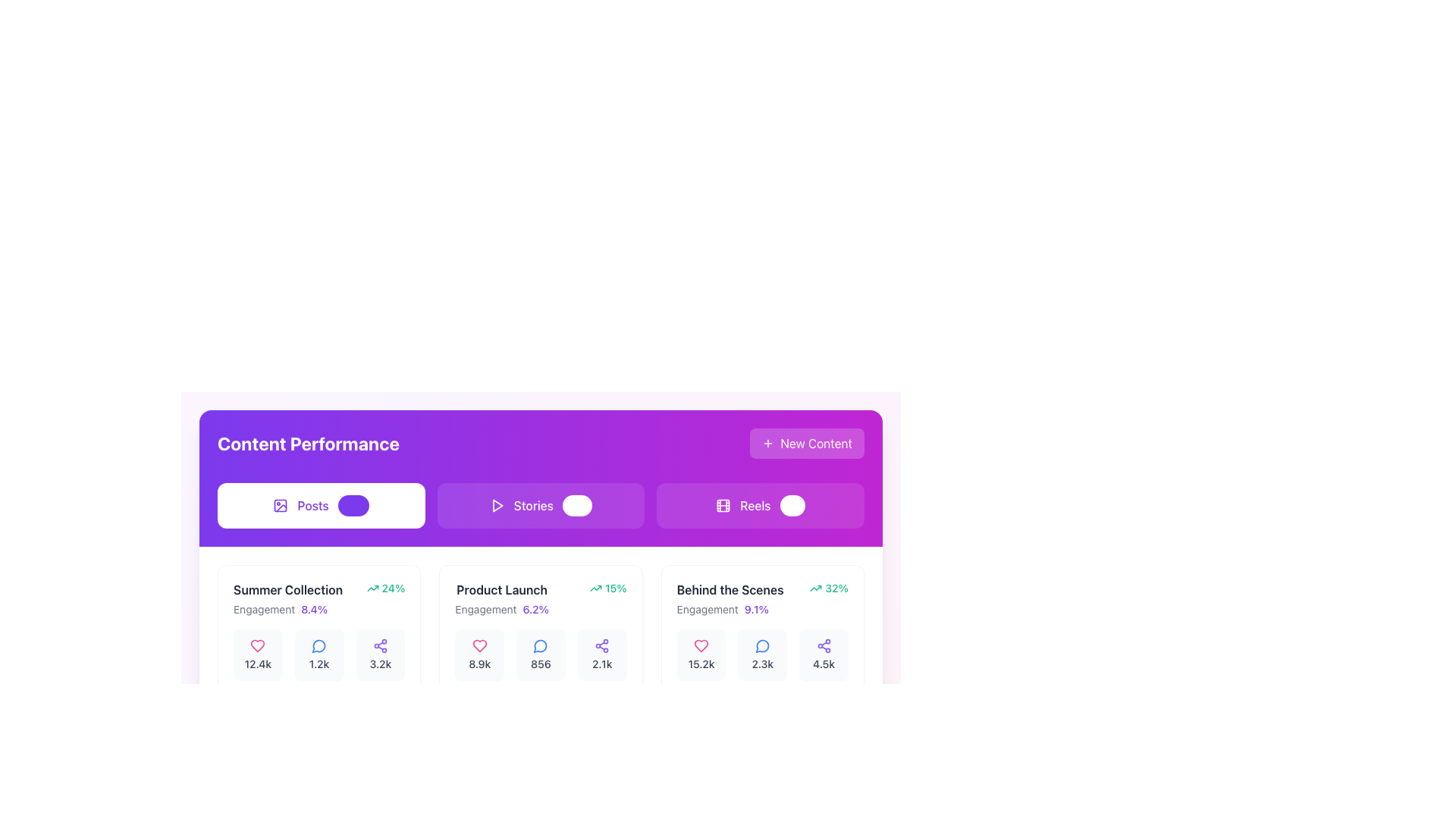 The height and width of the screenshot is (819, 1456). I want to click on the data display card representing the 'comments' metric under the 'Product Launch' heading, which is the middle card, so click(541, 637).